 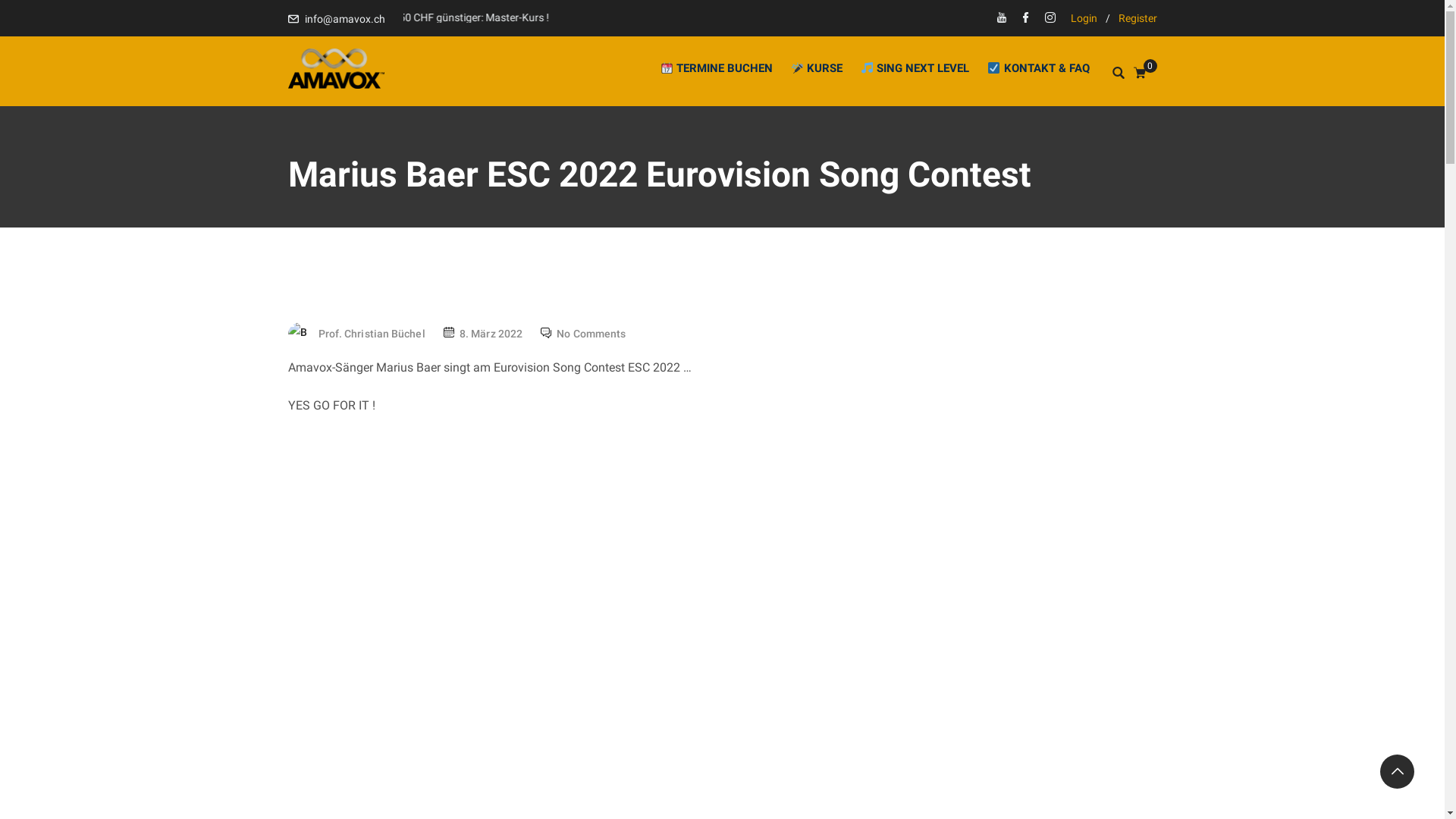 What do you see at coordinates (914, 67) in the screenshot?
I see `'SING NEXT LEVEL'` at bounding box center [914, 67].